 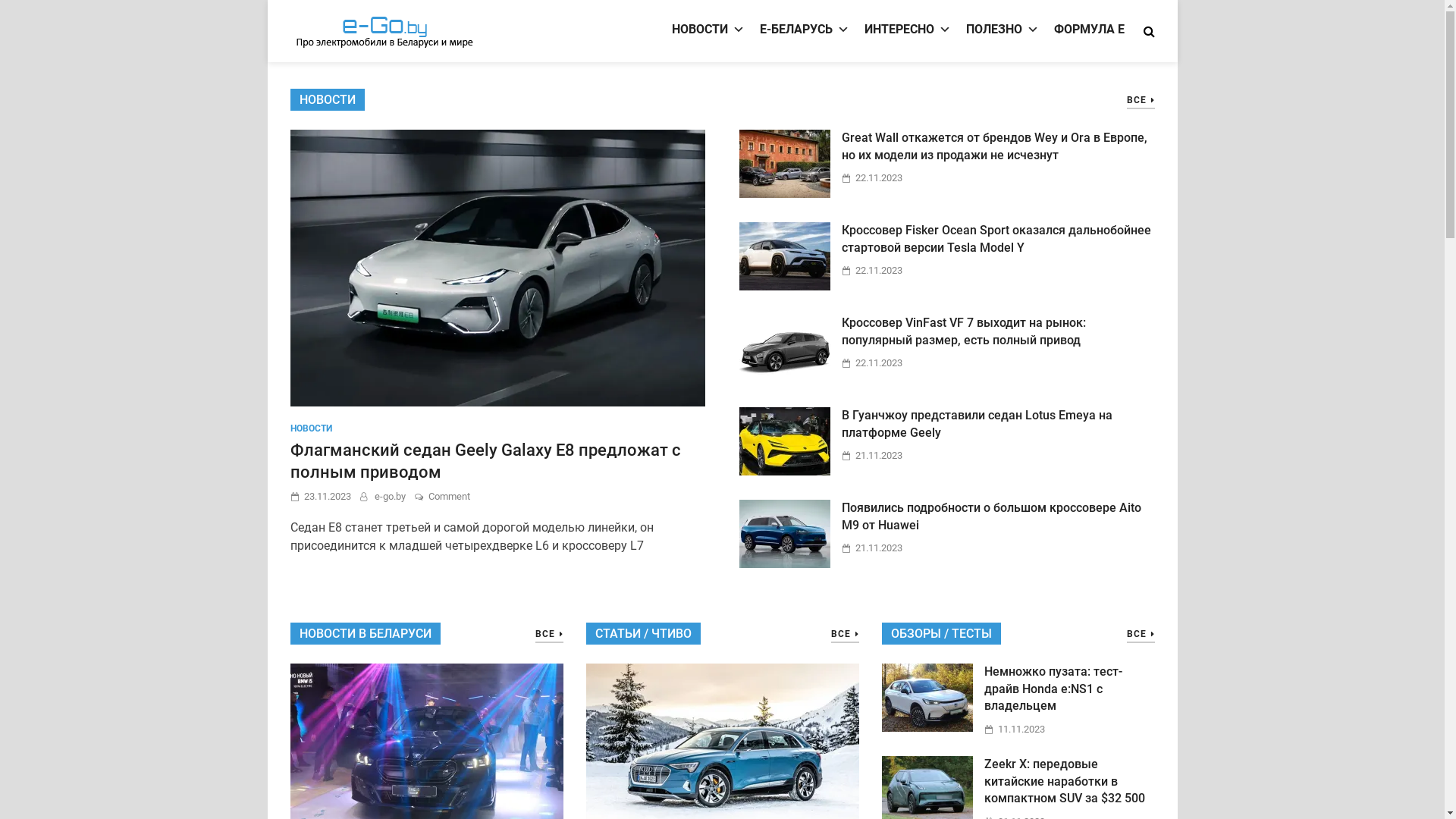 What do you see at coordinates (1021, 728) in the screenshot?
I see `'11.11.2023'` at bounding box center [1021, 728].